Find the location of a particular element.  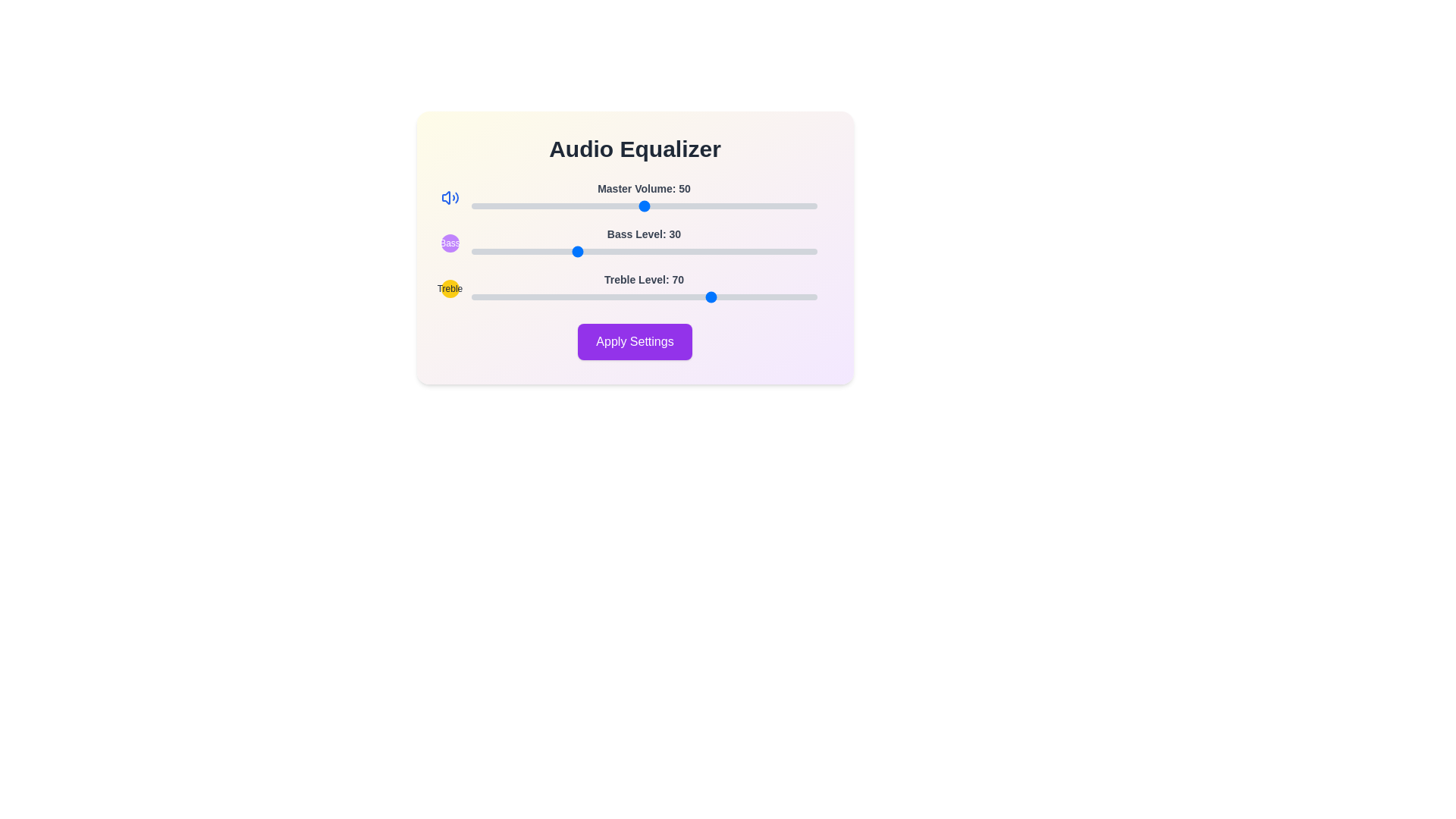

bass level is located at coordinates (678, 250).